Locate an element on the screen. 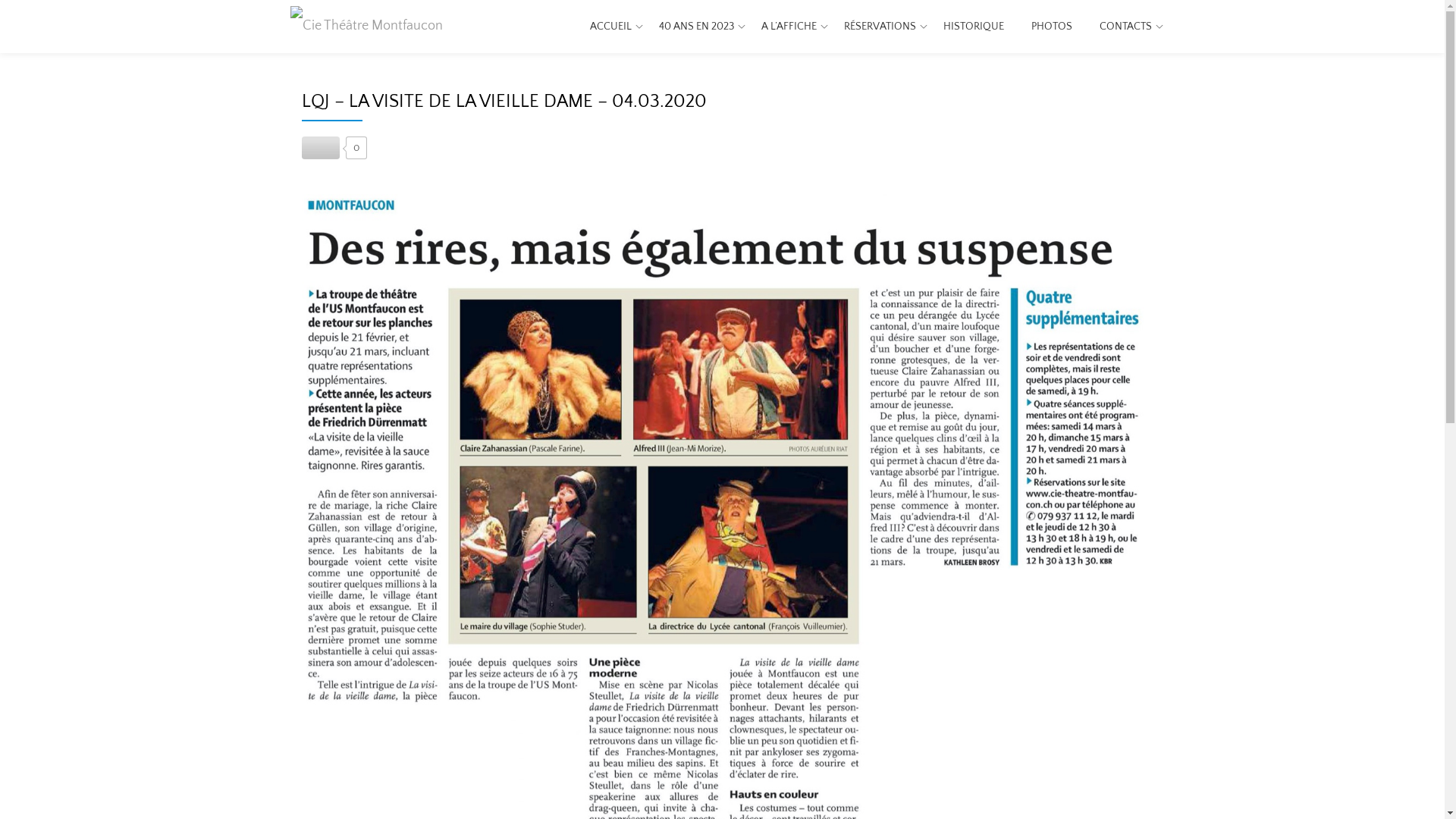 The image size is (1456, 819). 'ACCUEIL' is located at coordinates (610, 26).